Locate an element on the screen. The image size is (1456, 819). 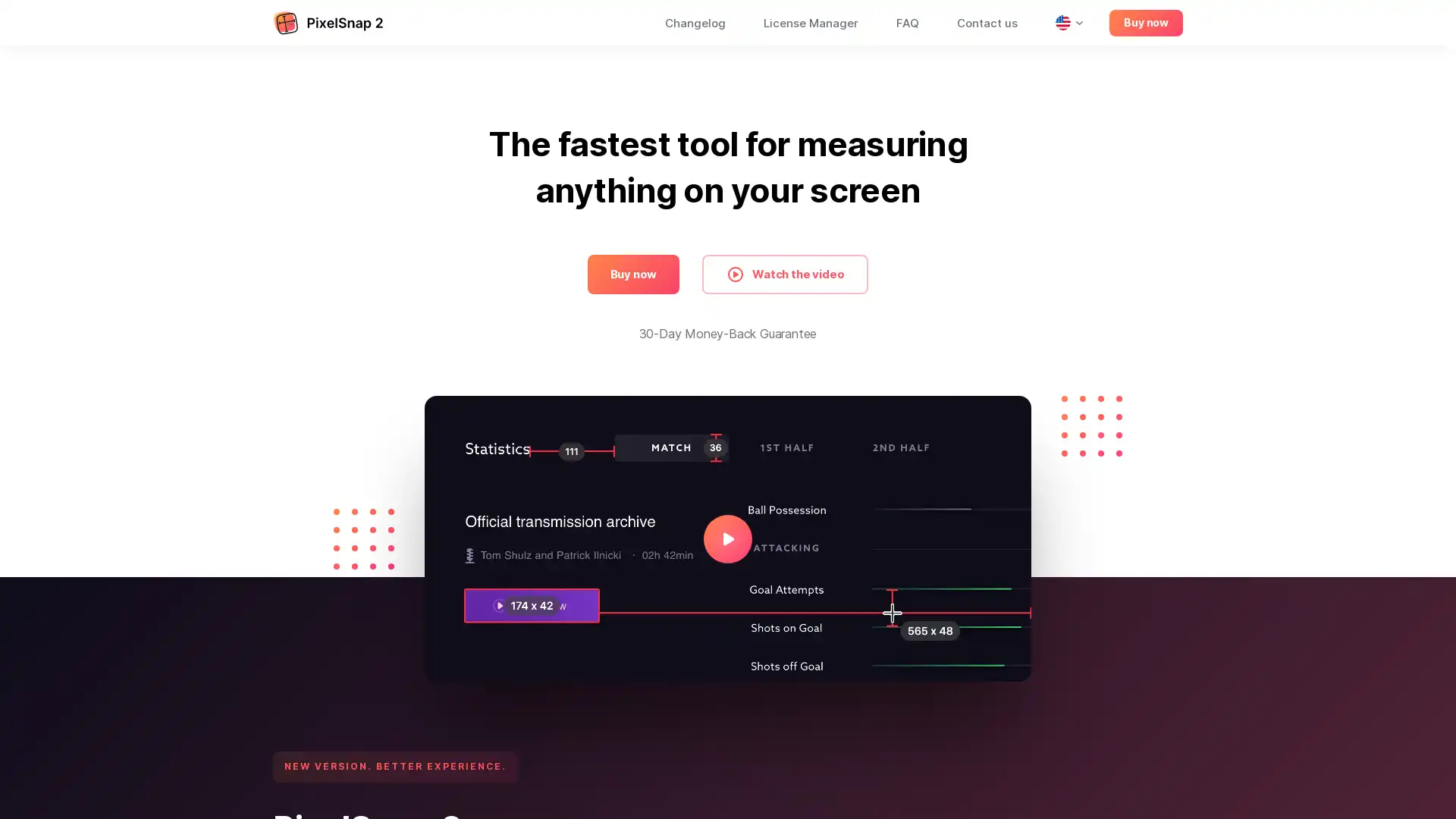
Watch the video is located at coordinates (785, 275).